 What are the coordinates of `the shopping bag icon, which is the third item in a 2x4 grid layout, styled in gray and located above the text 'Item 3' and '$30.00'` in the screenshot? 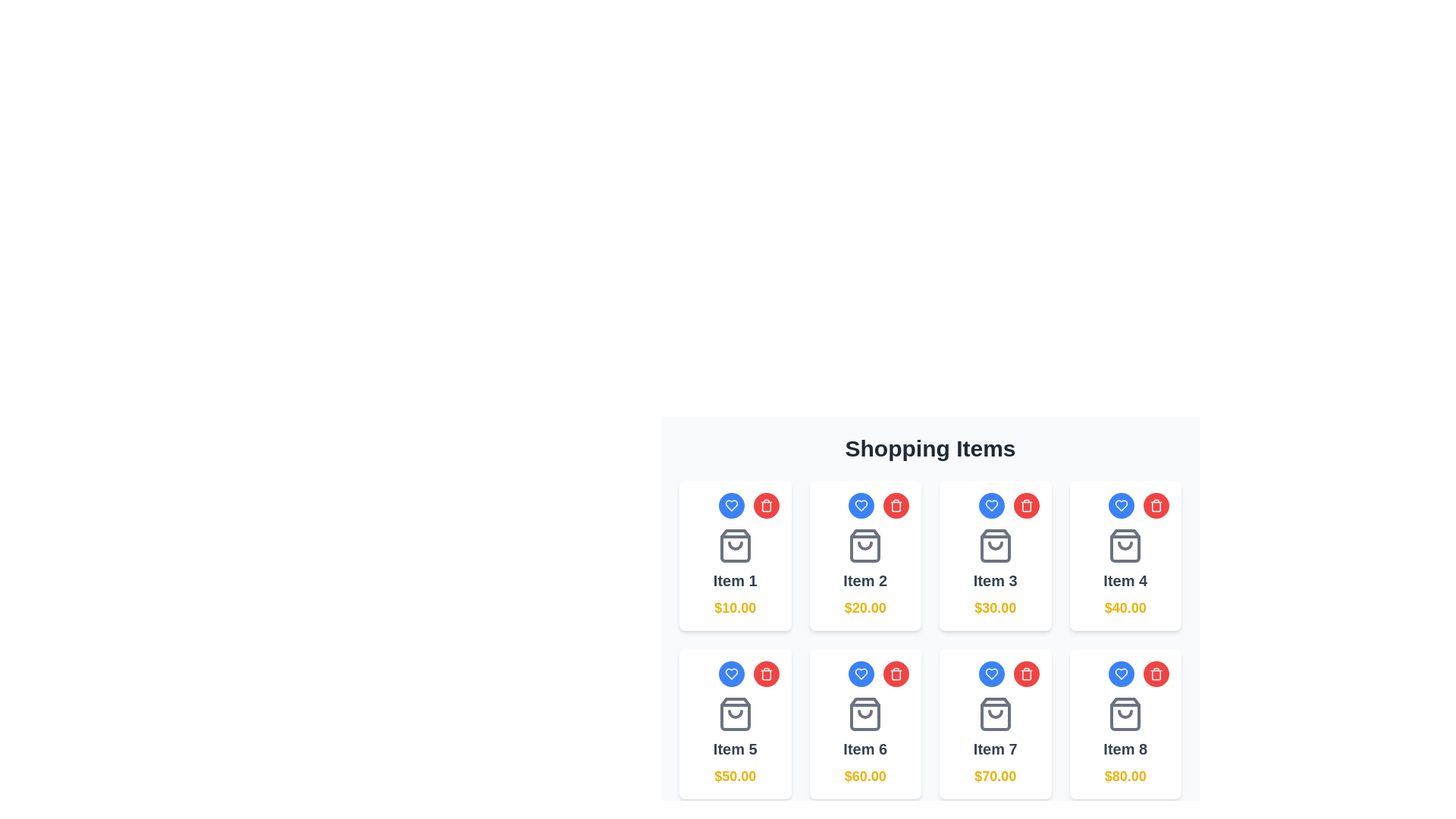 It's located at (995, 546).